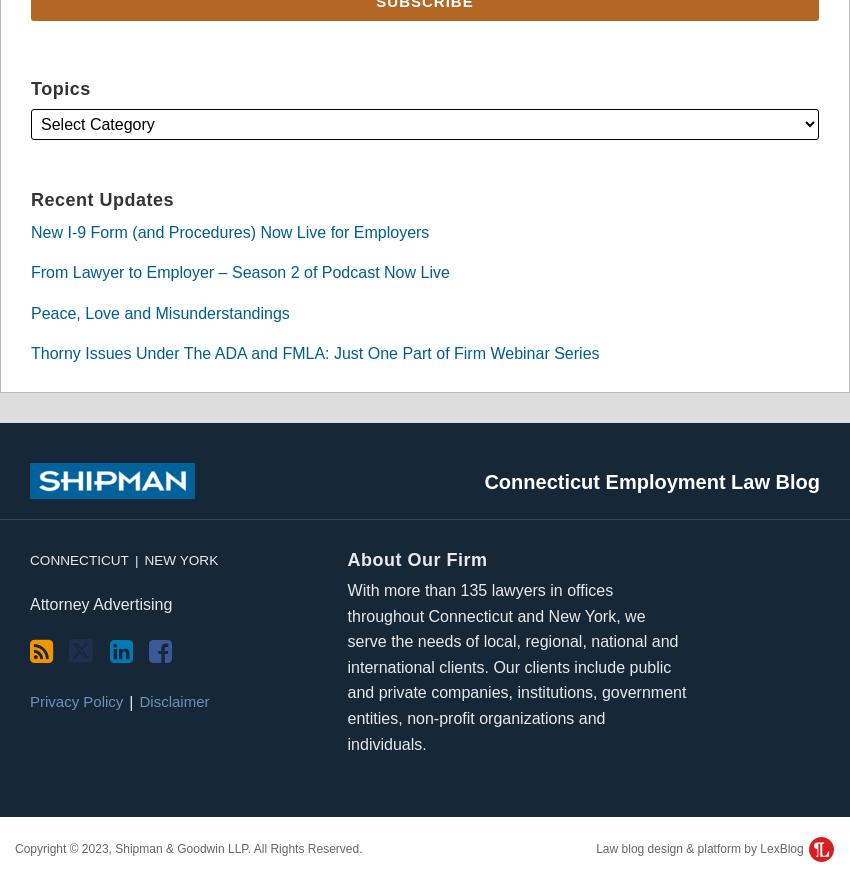 This screenshot has height=880, width=850. What do you see at coordinates (417, 558) in the screenshot?
I see `'About Our Firm'` at bounding box center [417, 558].